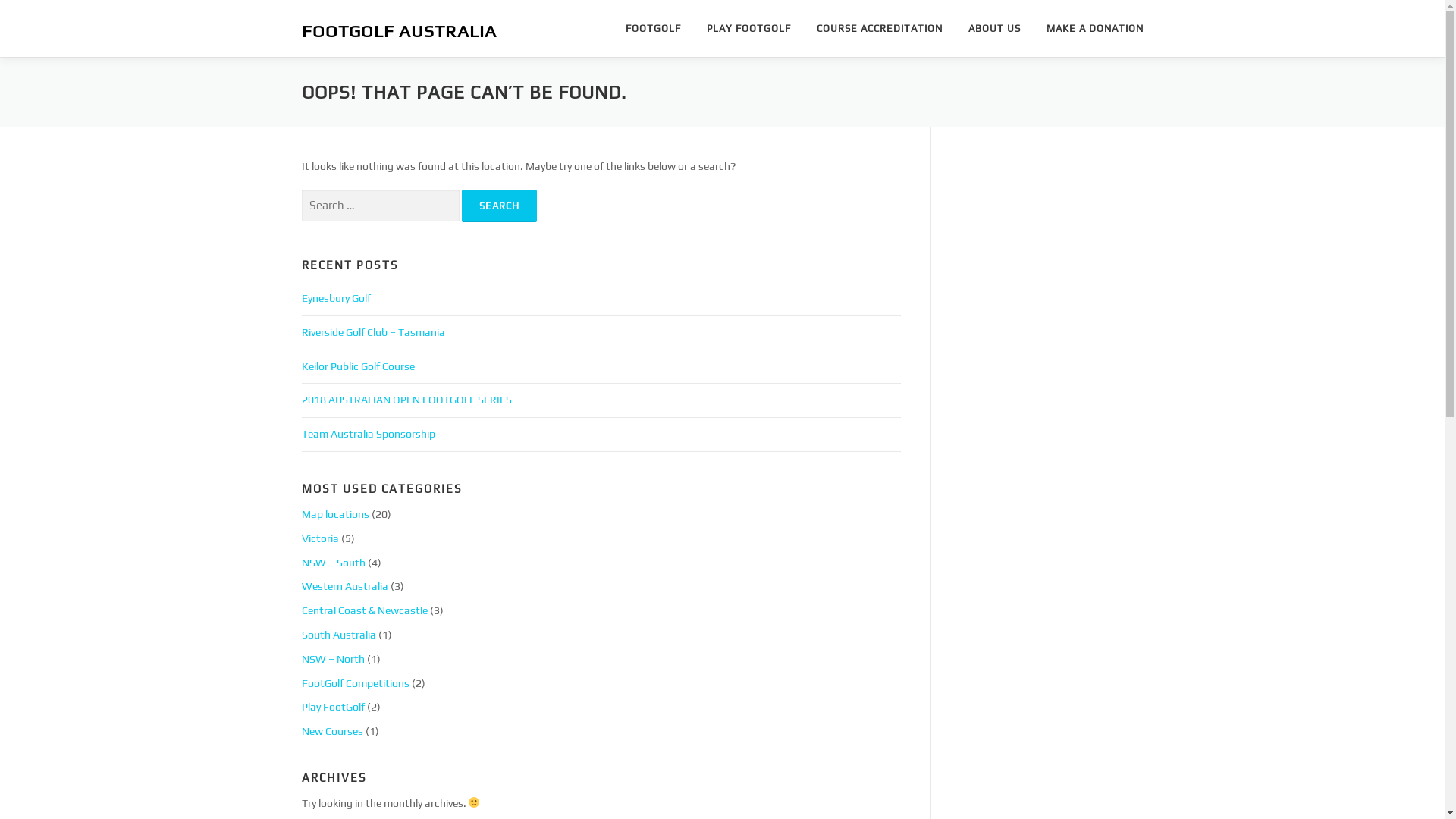 Image resolution: width=1456 pixels, height=819 pixels. What do you see at coordinates (364, 610) in the screenshot?
I see `'Central Coast & Newcastle'` at bounding box center [364, 610].